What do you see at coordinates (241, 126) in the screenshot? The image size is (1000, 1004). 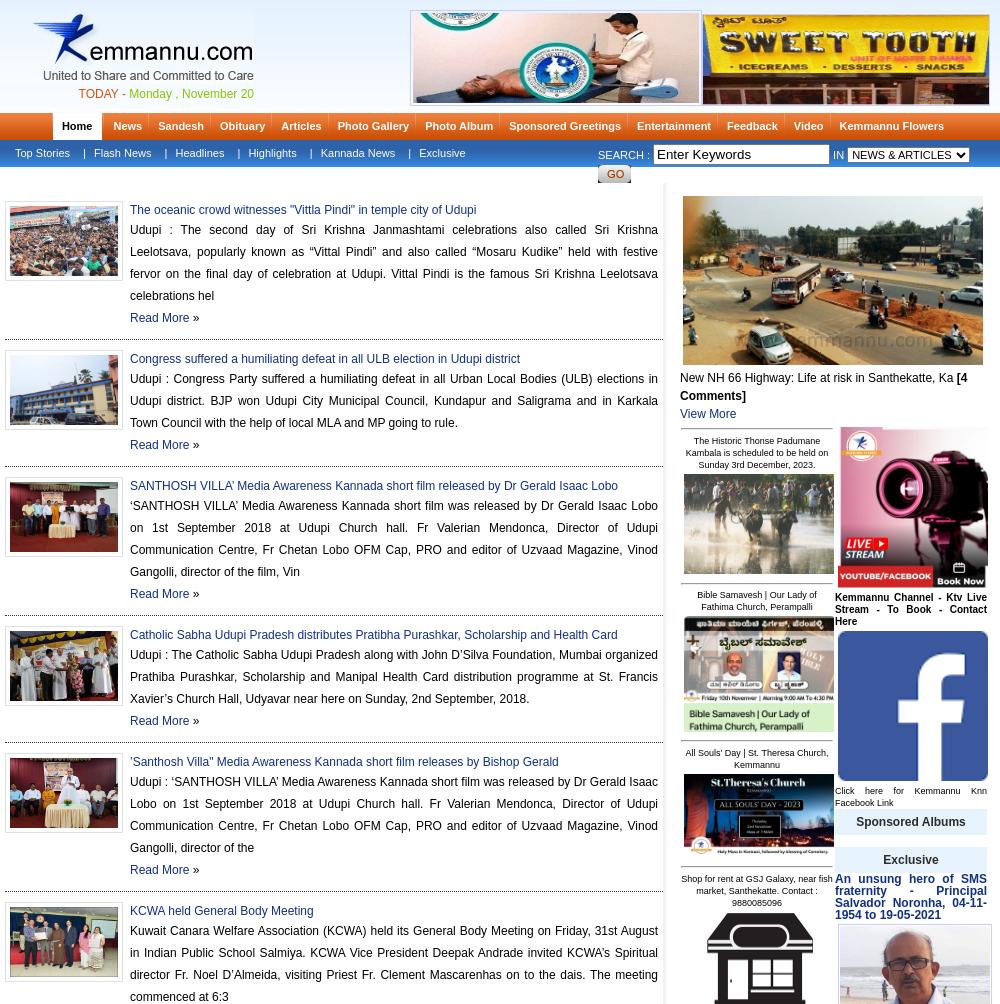 I see `'Obituary'` at bounding box center [241, 126].